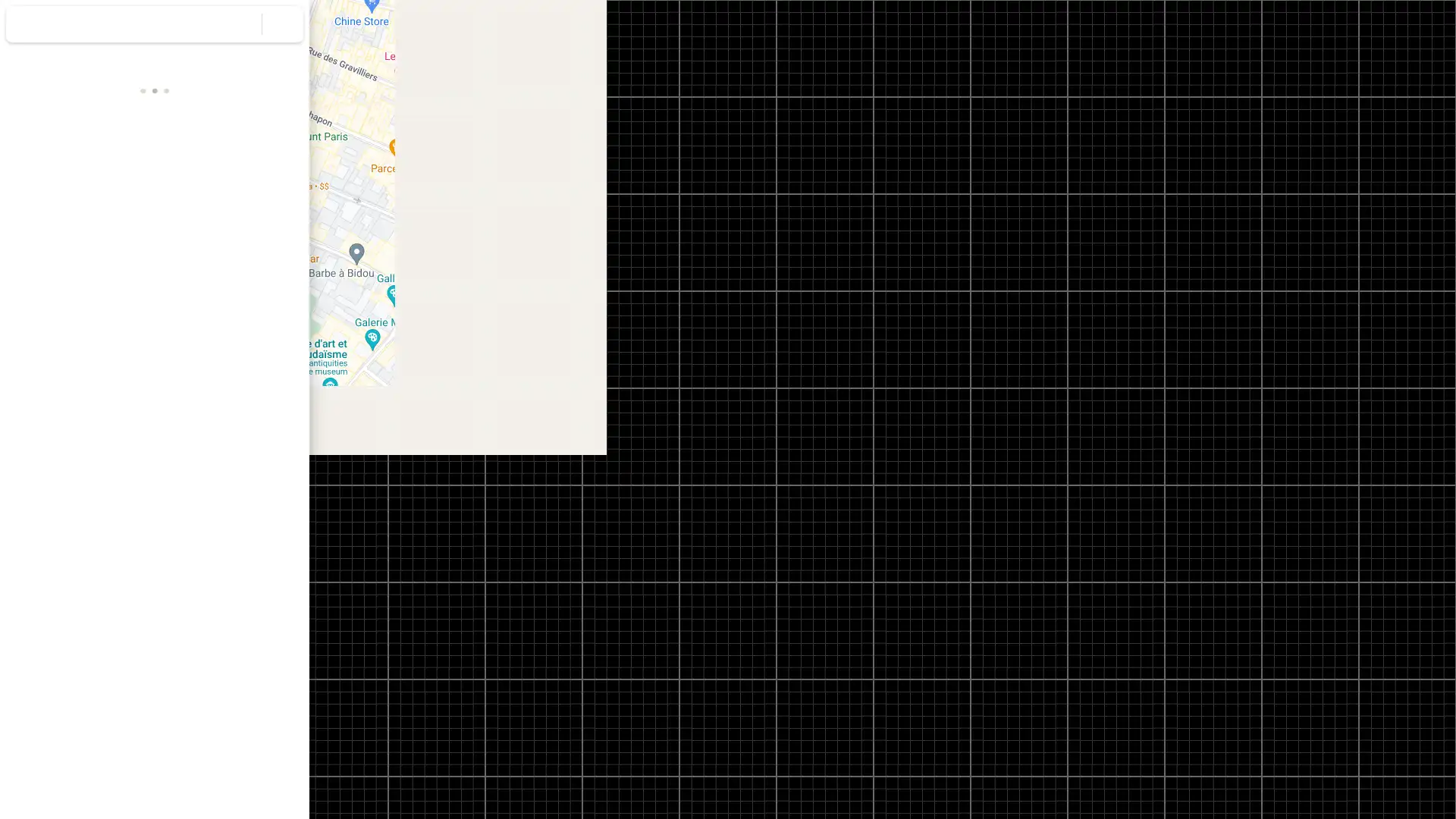 The image size is (1456, 819). What do you see at coordinates (290, 362) in the screenshot?
I see `Learn more about plus codes` at bounding box center [290, 362].